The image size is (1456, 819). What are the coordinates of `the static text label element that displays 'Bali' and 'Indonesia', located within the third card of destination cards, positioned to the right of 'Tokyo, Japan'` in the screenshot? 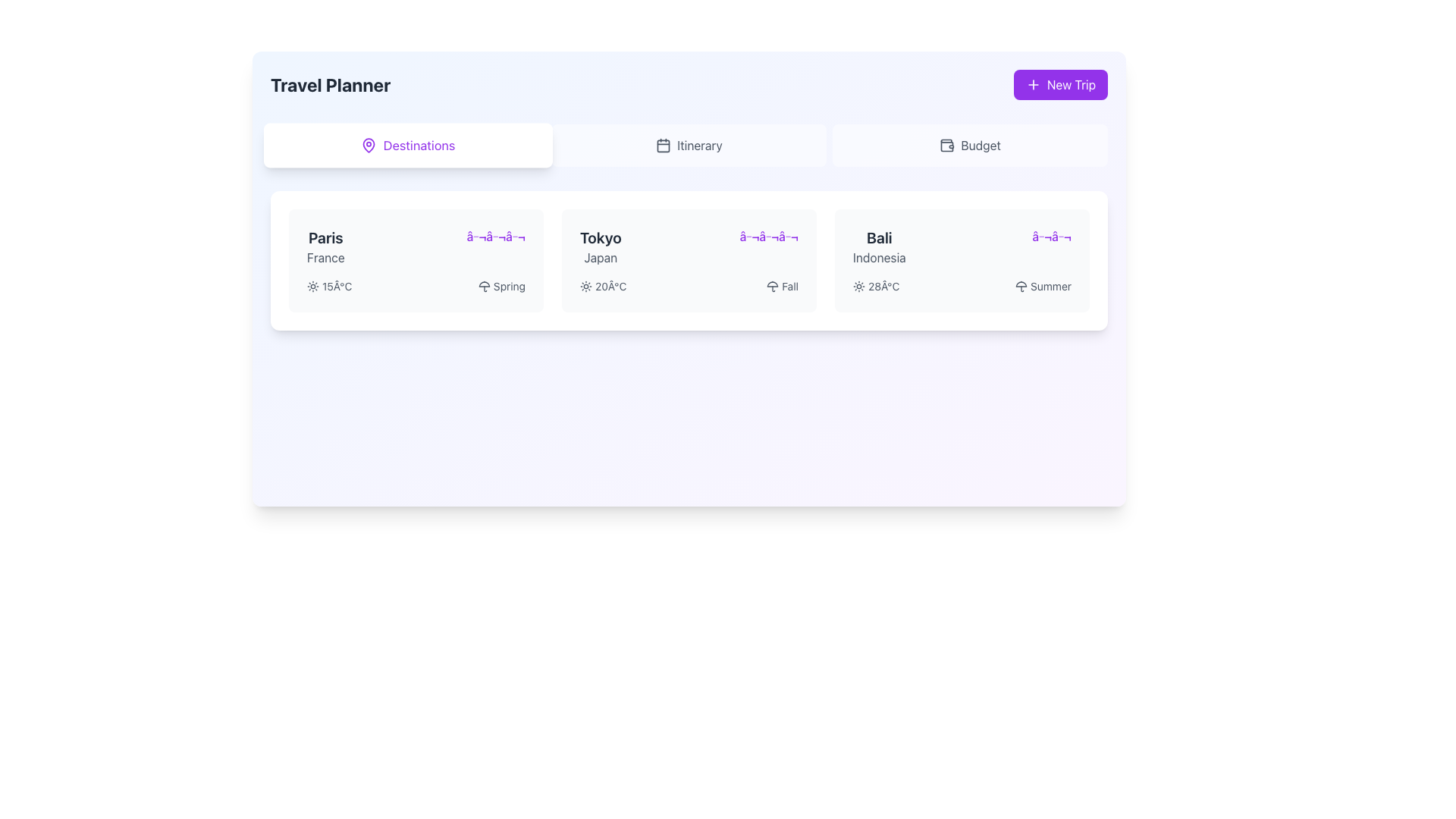 It's located at (879, 246).